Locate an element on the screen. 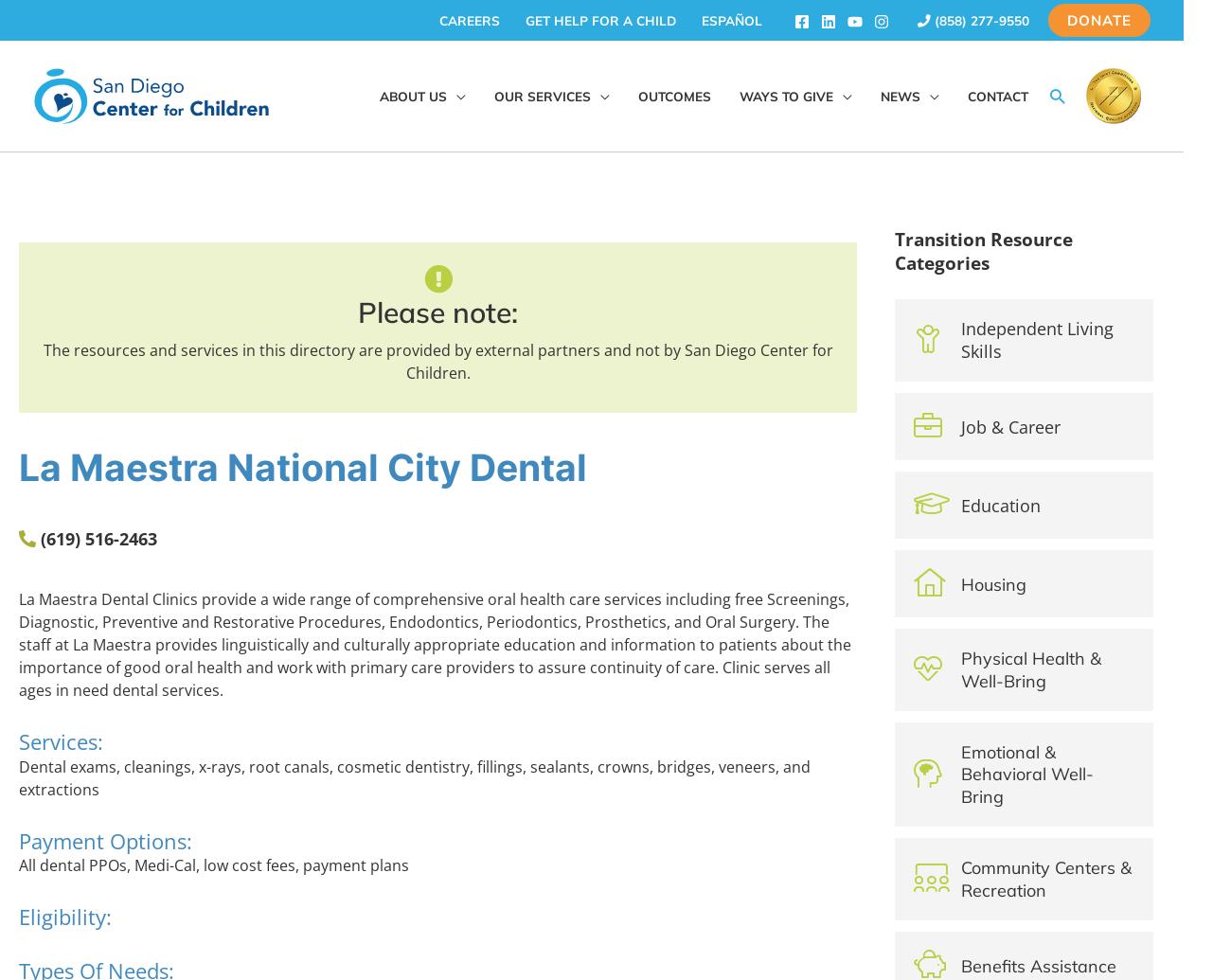 This screenshot has height=980, width=1231. 'Emotional & Behavioral Well-Bring' is located at coordinates (1026, 773).